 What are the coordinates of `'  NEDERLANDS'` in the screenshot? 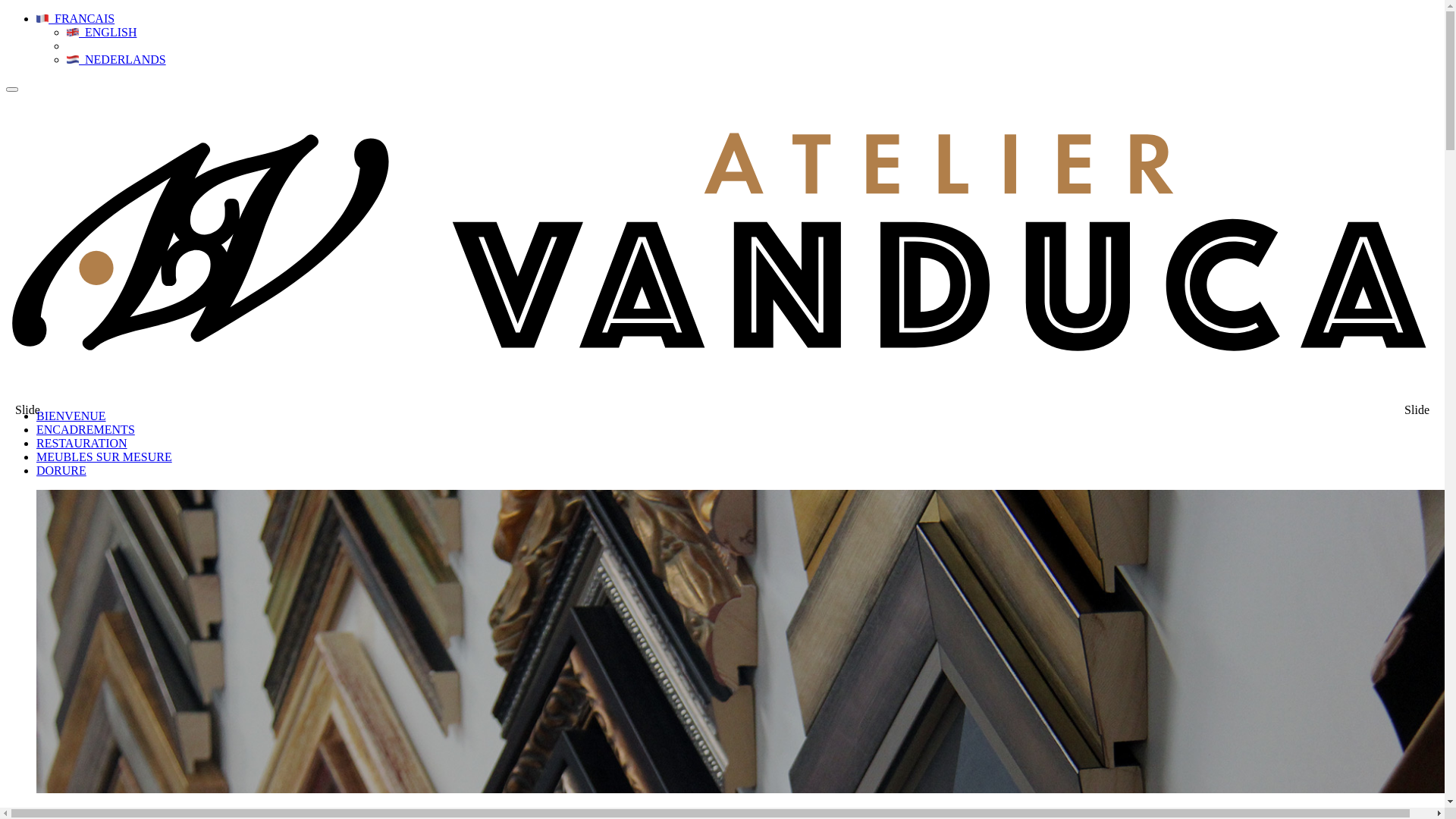 It's located at (115, 58).